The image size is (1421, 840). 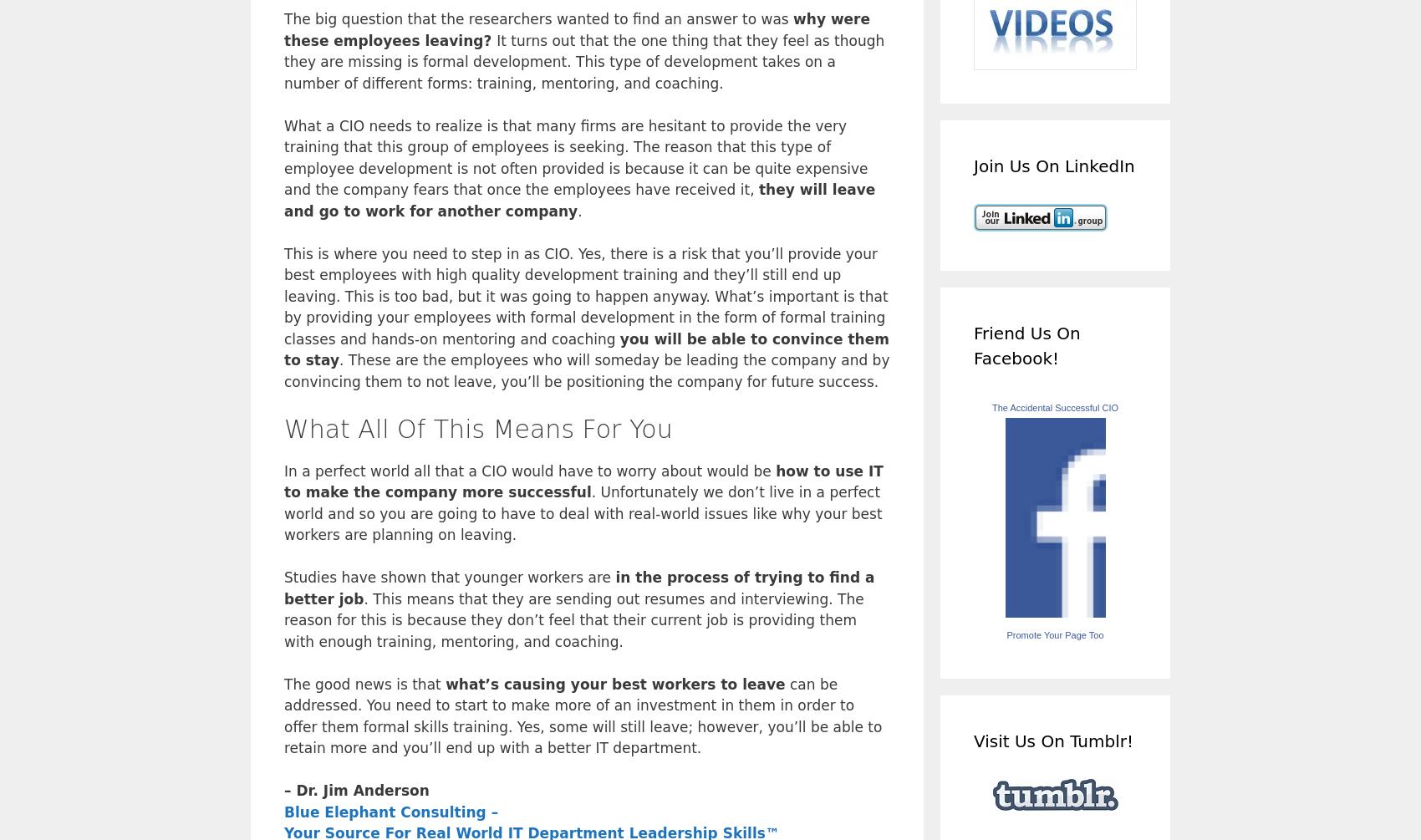 What do you see at coordinates (577, 29) in the screenshot?
I see `'why were these employees leaving?'` at bounding box center [577, 29].